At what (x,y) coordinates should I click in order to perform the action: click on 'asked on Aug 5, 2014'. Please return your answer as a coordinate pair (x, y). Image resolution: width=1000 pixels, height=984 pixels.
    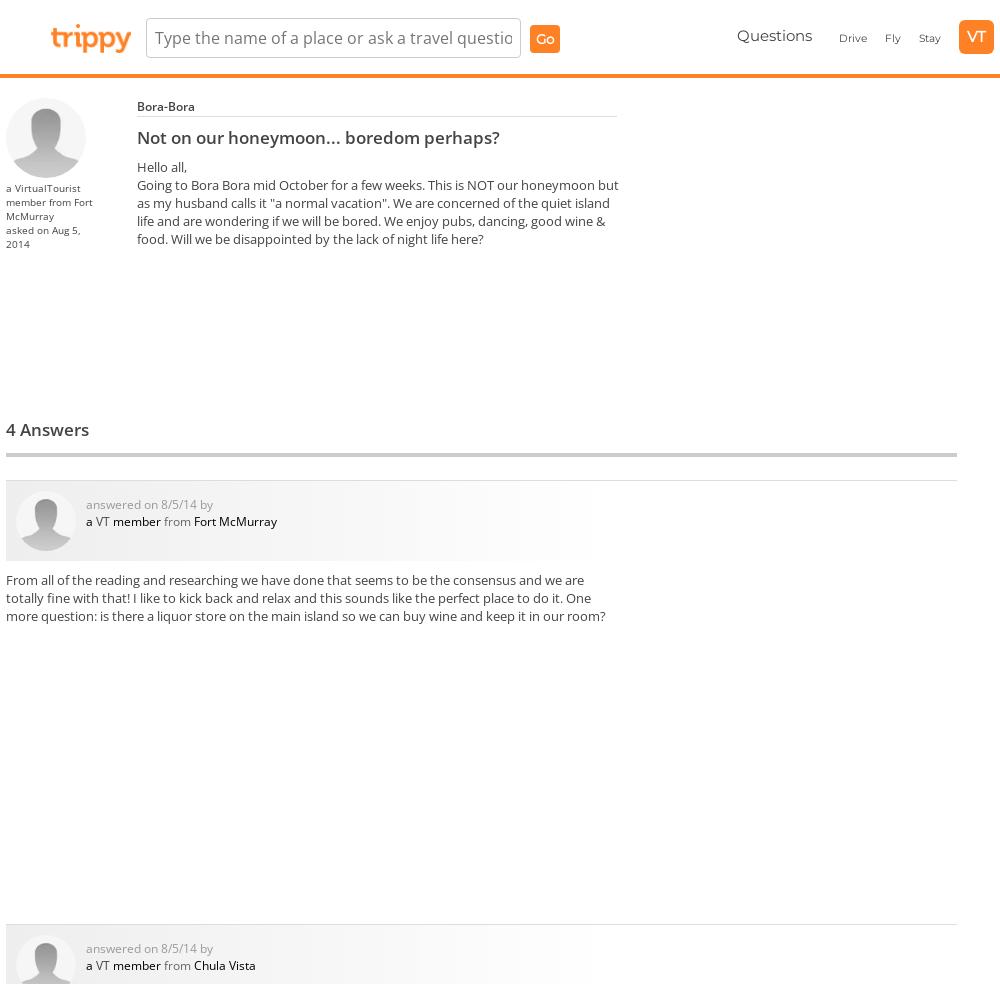
    Looking at the image, I should click on (43, 237).